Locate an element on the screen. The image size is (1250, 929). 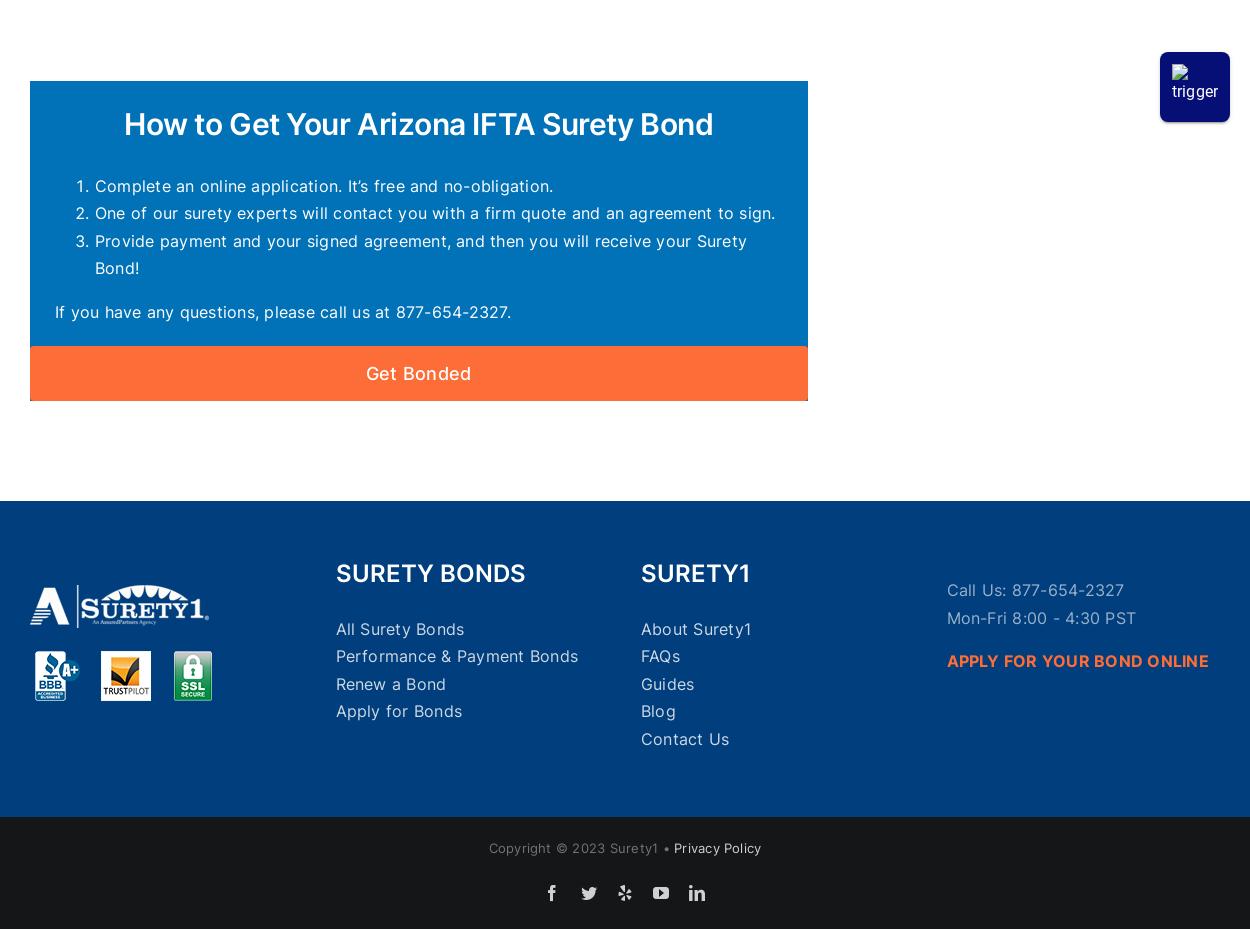
'2023 Surety1 •' is located at coordinates (622, 847).